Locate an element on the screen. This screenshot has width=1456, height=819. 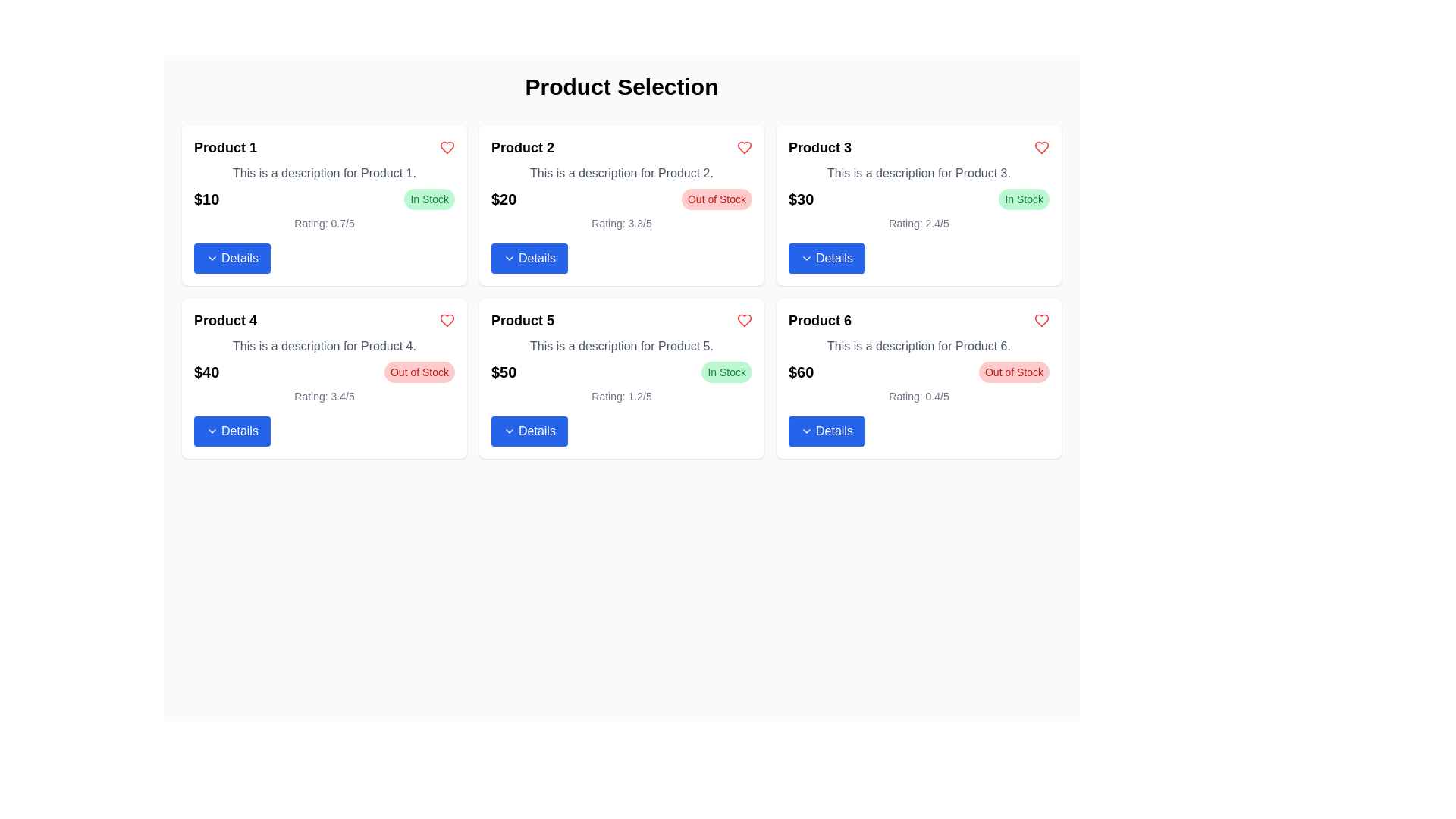
the text label that contains the phrase 'This is a description for Product 3.' located in the third card of the second row, beneath the header 'Product 3' is located at coordinates (918, 172).